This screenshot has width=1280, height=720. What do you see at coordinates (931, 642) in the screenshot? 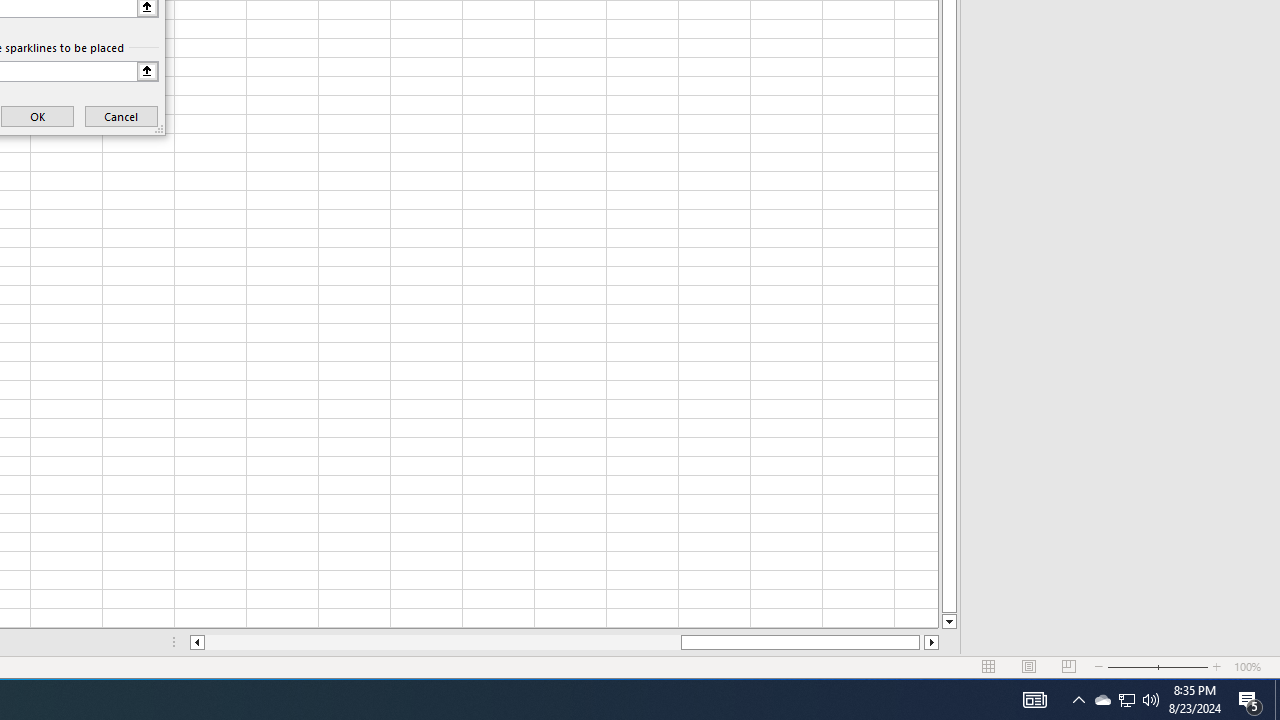
I see `'Column right'` at bounding box center [931, 642].